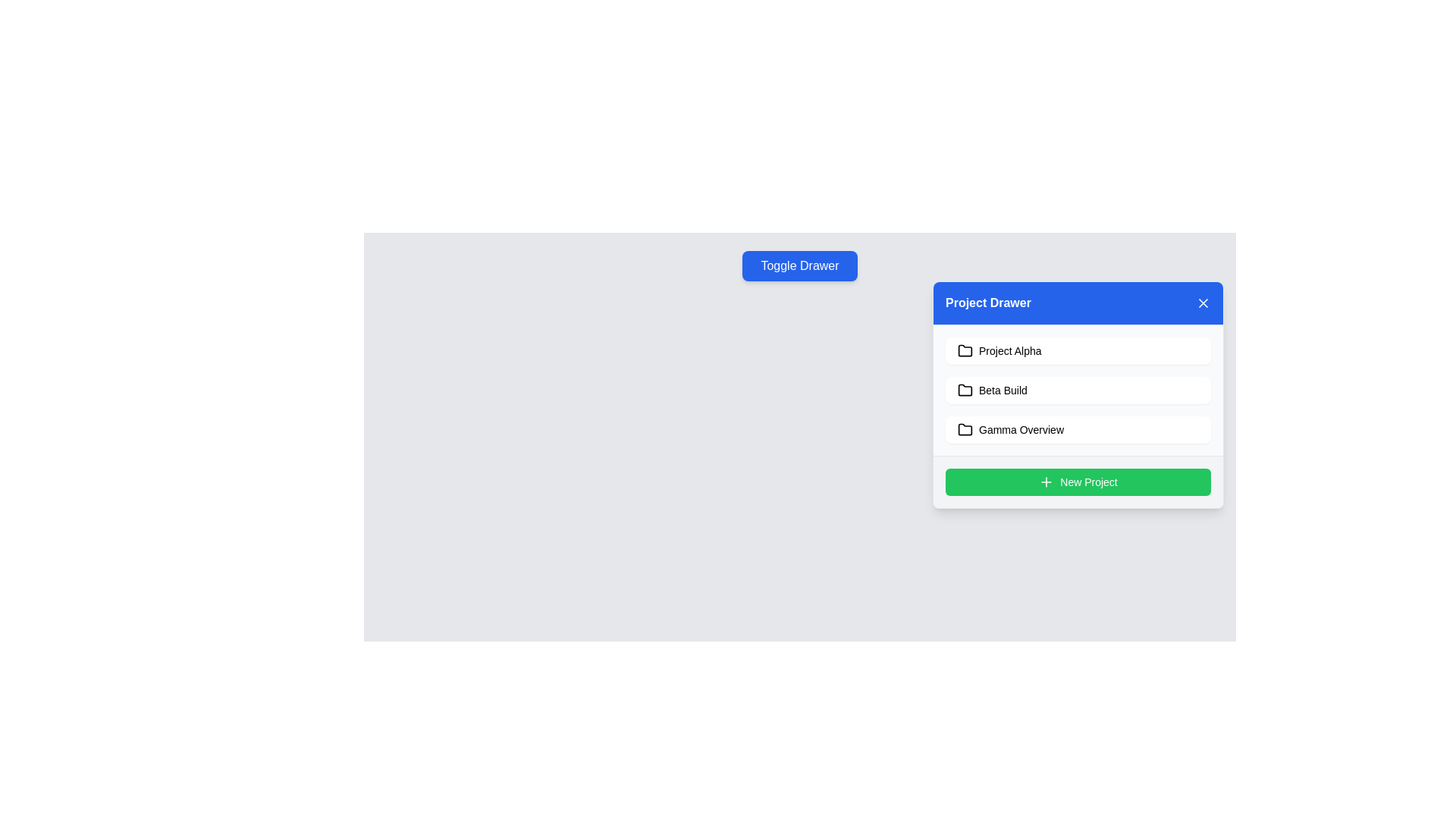  I want to click on the green rounded button labeled 'New Project' with a white plus icon to initiate a new project, so click(1077, 482).